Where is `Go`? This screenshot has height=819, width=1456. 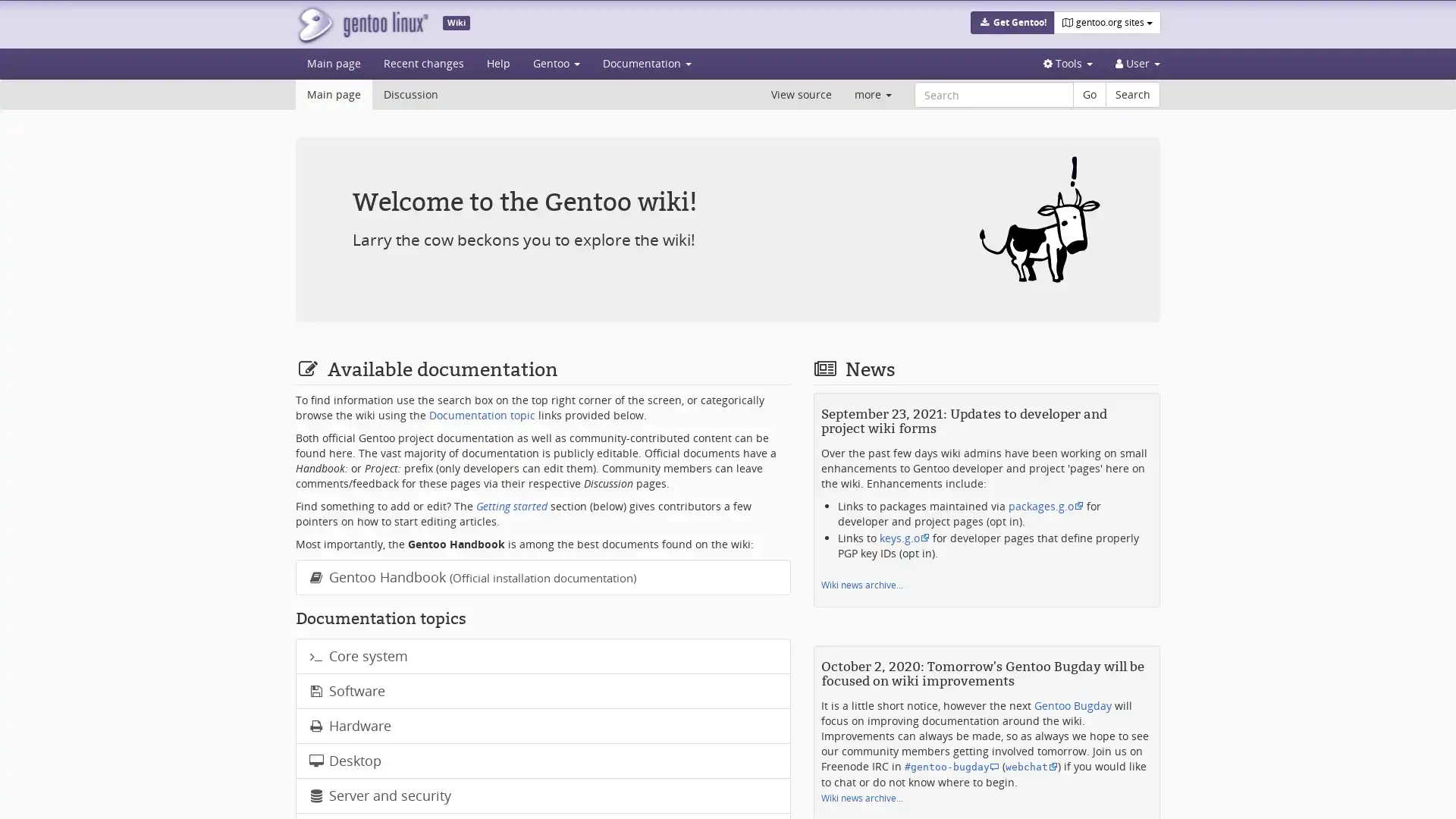
Go is located at coordinates (1088, 94).